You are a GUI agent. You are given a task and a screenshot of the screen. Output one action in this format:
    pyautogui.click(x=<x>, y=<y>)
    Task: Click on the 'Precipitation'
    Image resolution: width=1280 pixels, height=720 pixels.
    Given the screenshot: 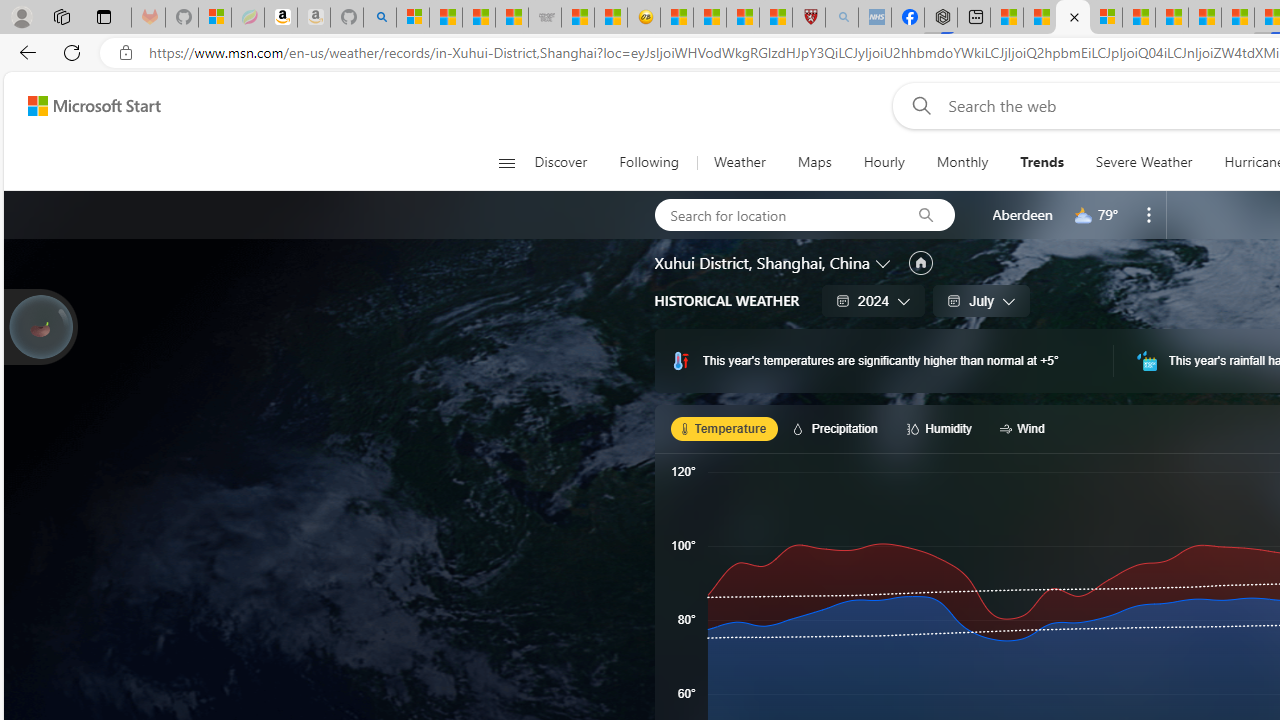 What is the action you would take?
    pyautogui.click(x=838, y=427)
    